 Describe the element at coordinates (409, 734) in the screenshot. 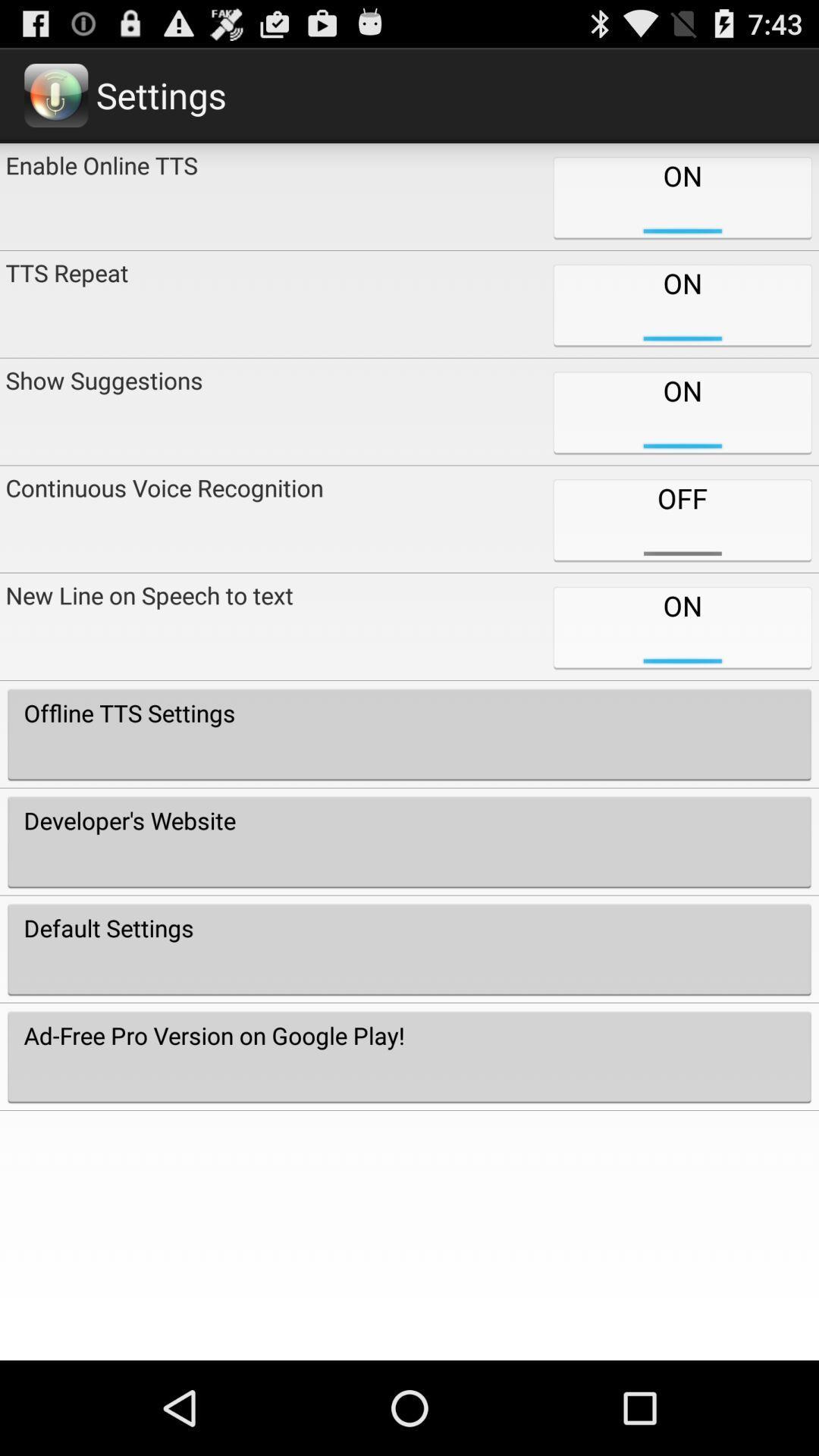

I see `the offline tts settings button` at that location.